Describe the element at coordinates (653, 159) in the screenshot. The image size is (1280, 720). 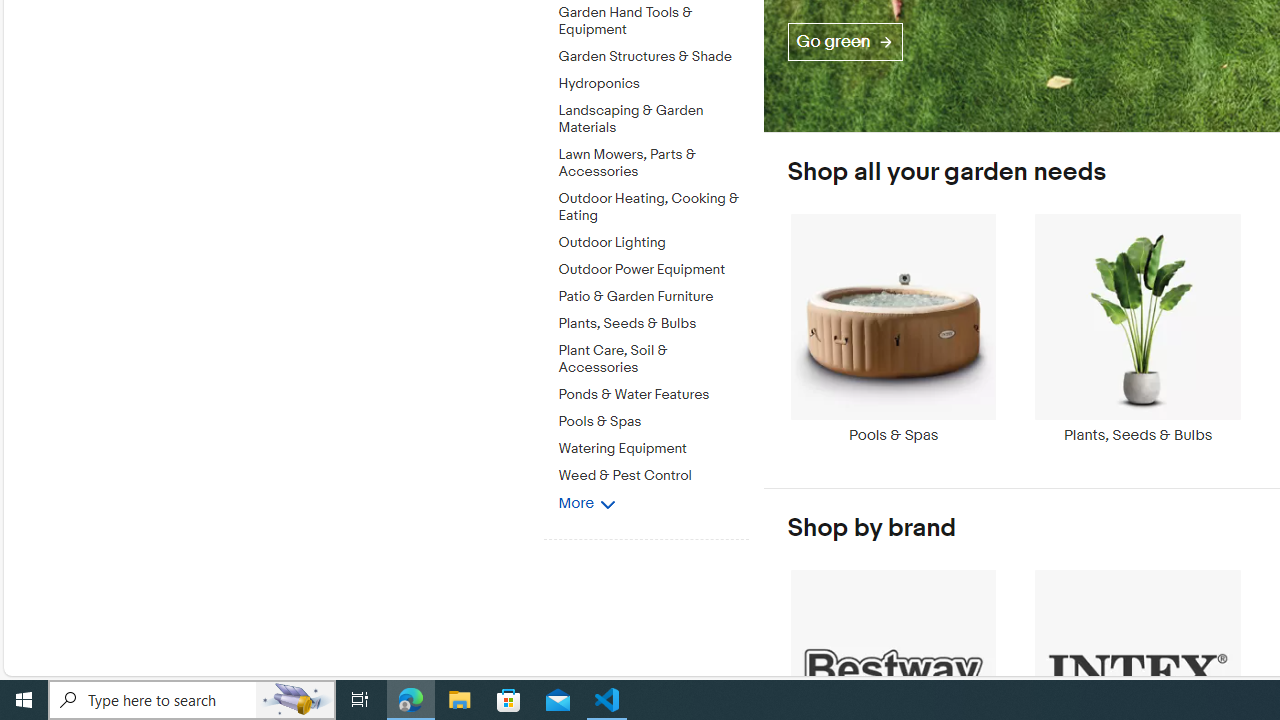
I see `'Lawn Mowers, Parts & Accessories'` at that location.